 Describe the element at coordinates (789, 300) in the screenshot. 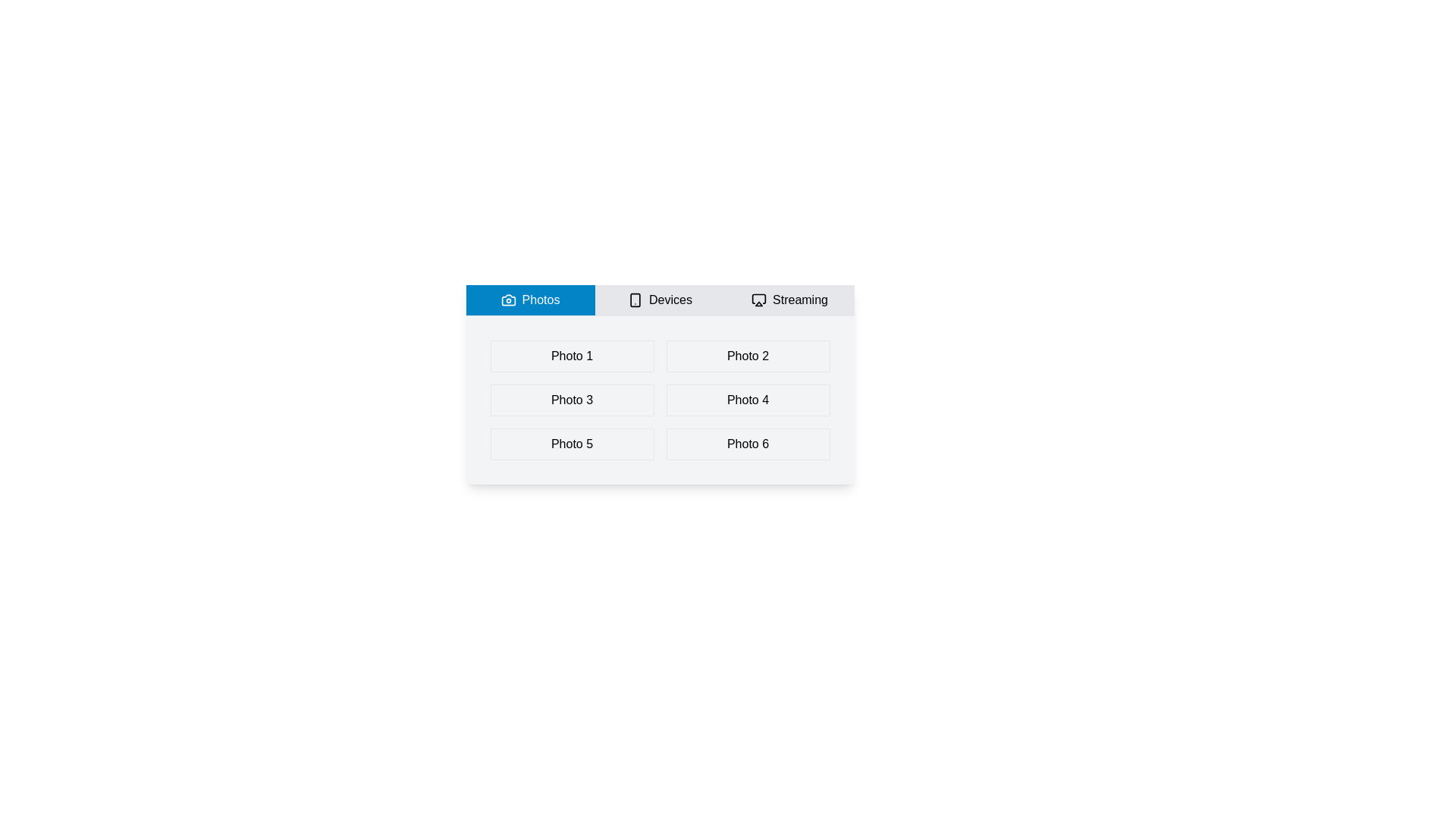

I see `the Streaming tab to view its content` at that location.